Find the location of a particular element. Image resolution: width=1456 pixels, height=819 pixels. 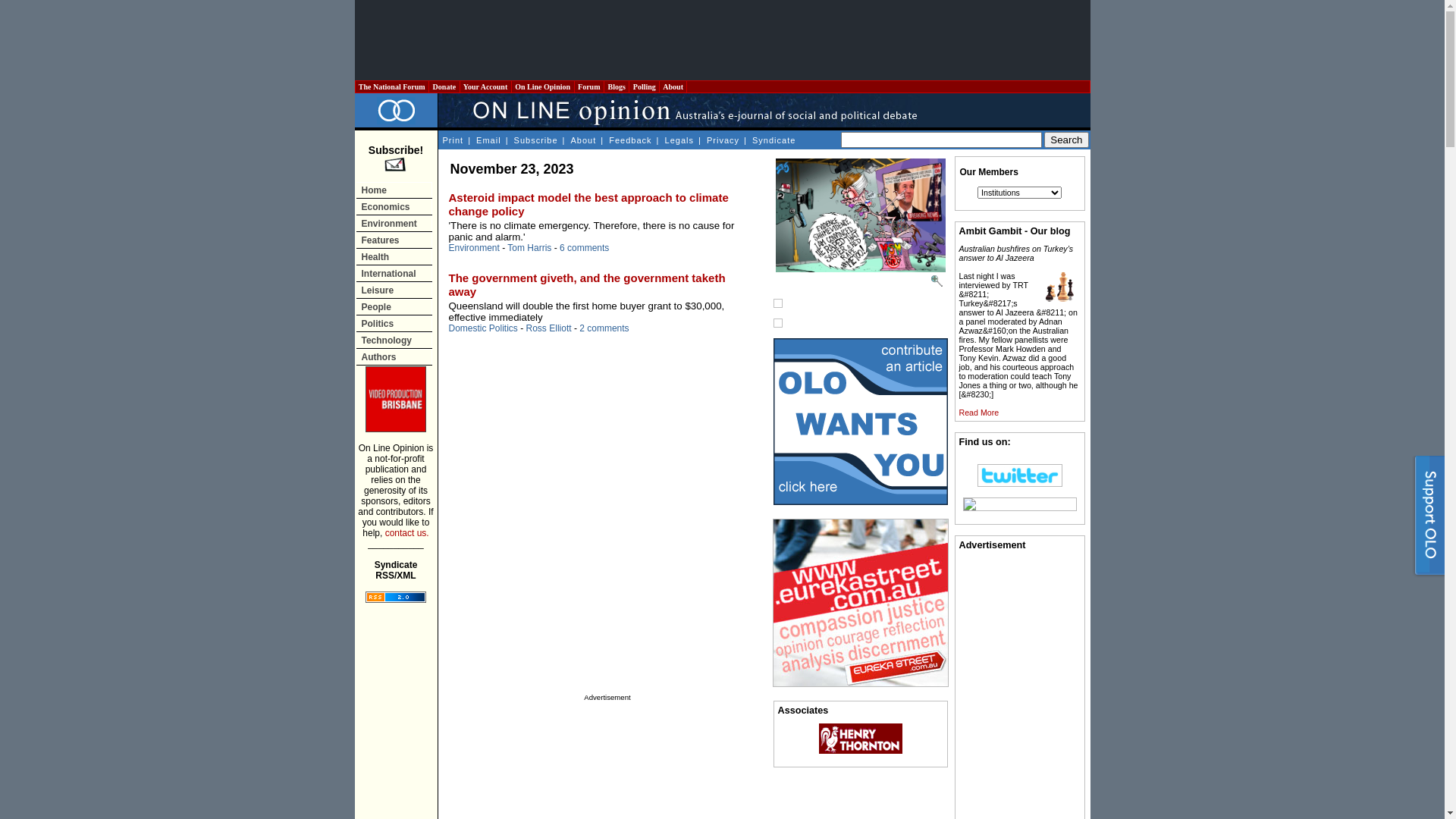

'Support Us!' is located at coordinates (1410, 519).